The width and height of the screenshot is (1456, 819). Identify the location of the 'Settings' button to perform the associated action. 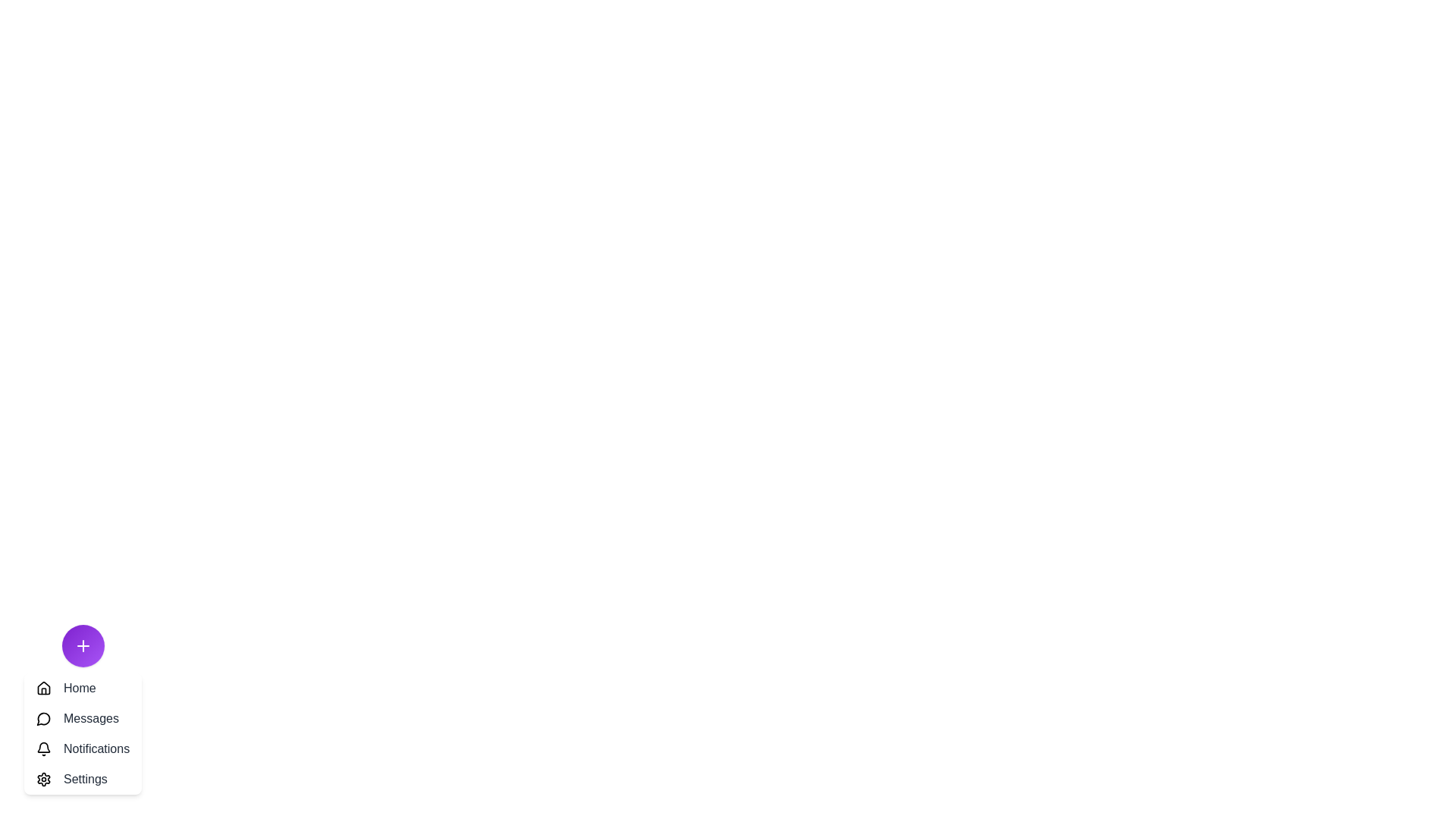
(82, 780).